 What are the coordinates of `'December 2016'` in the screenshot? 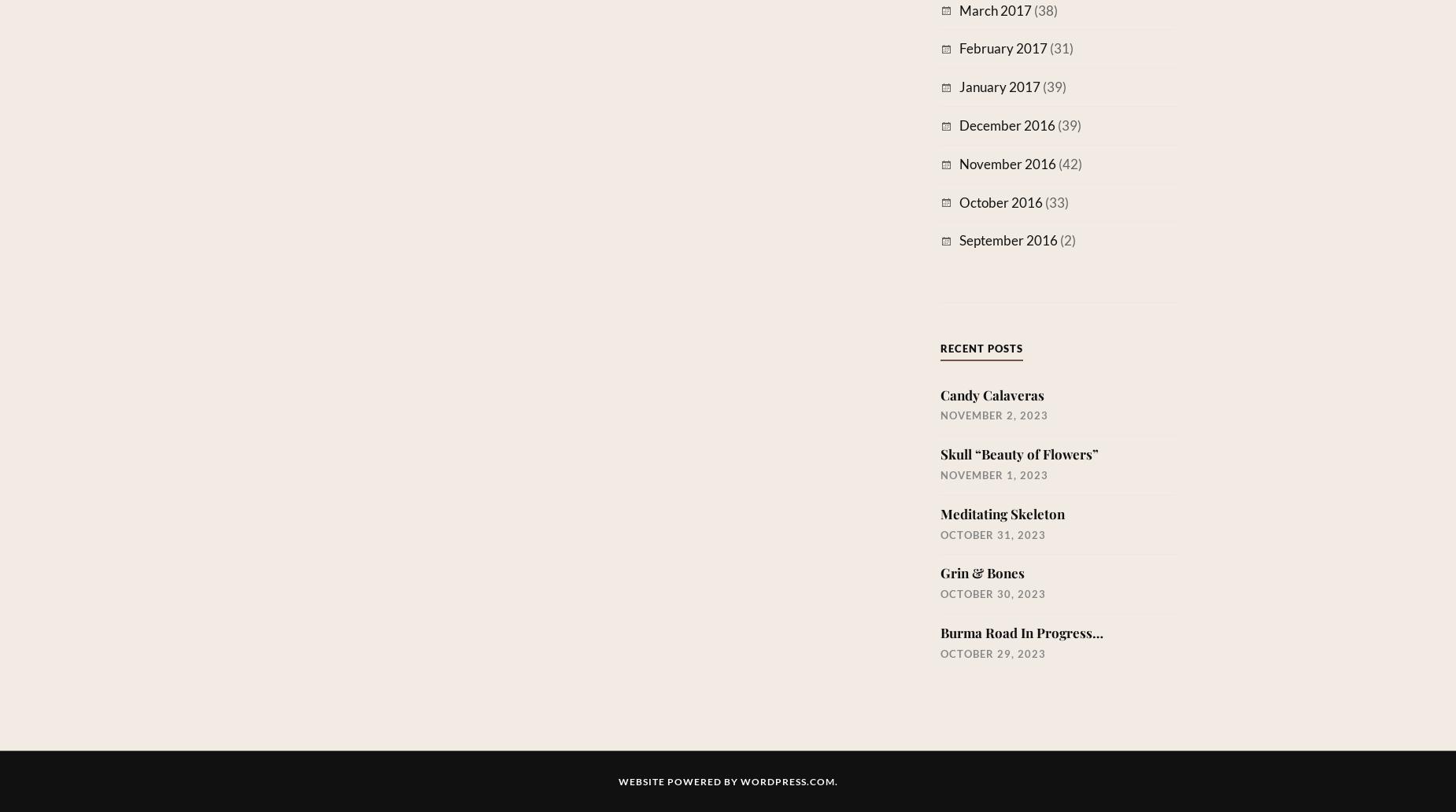 It's located at (958, 124).